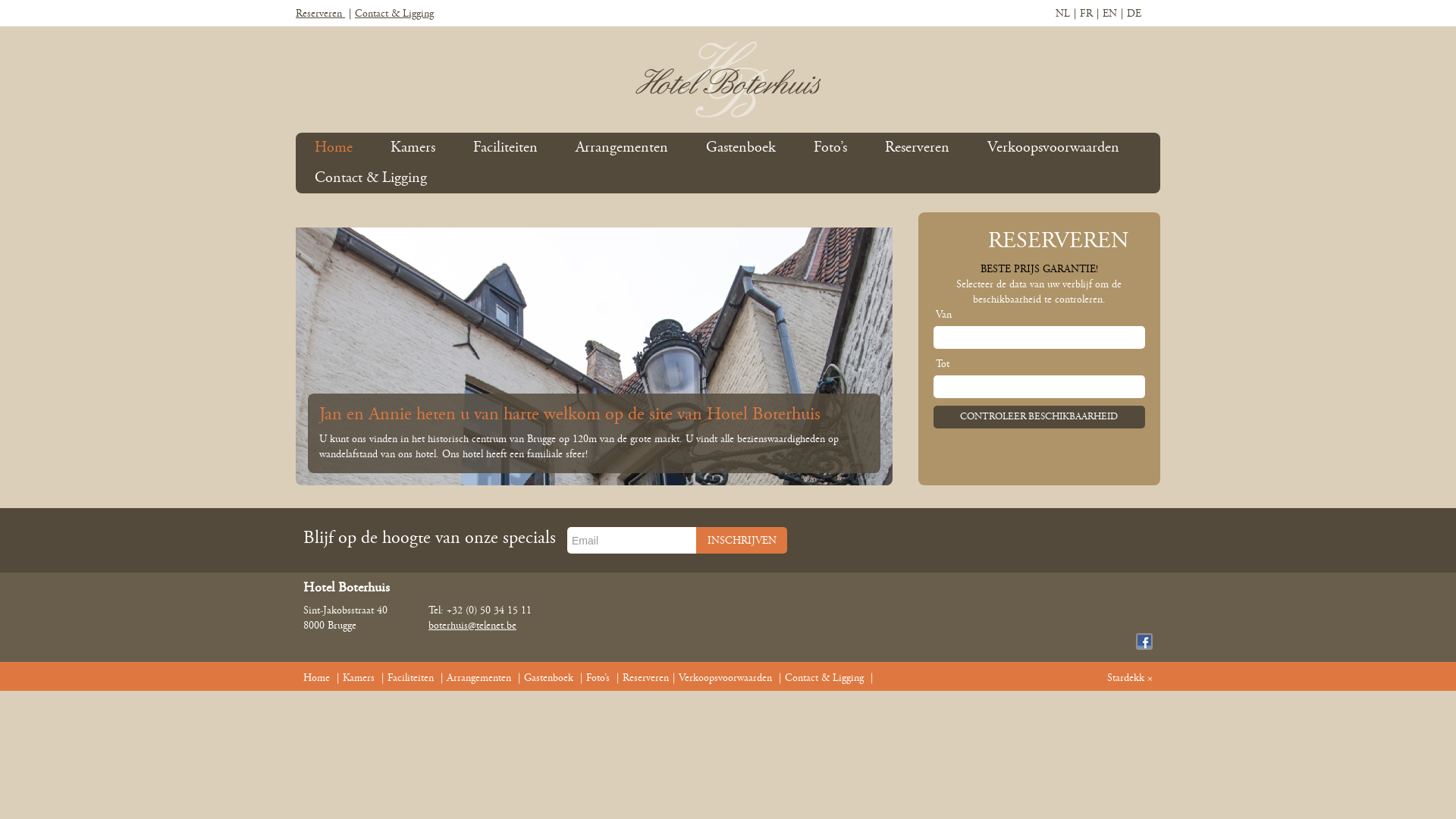 The height and width of the screenshot is (819, 1456). Describe the element at coordinates (548, 677) in the screenshot. I see `'Gastenboek'` at that location.